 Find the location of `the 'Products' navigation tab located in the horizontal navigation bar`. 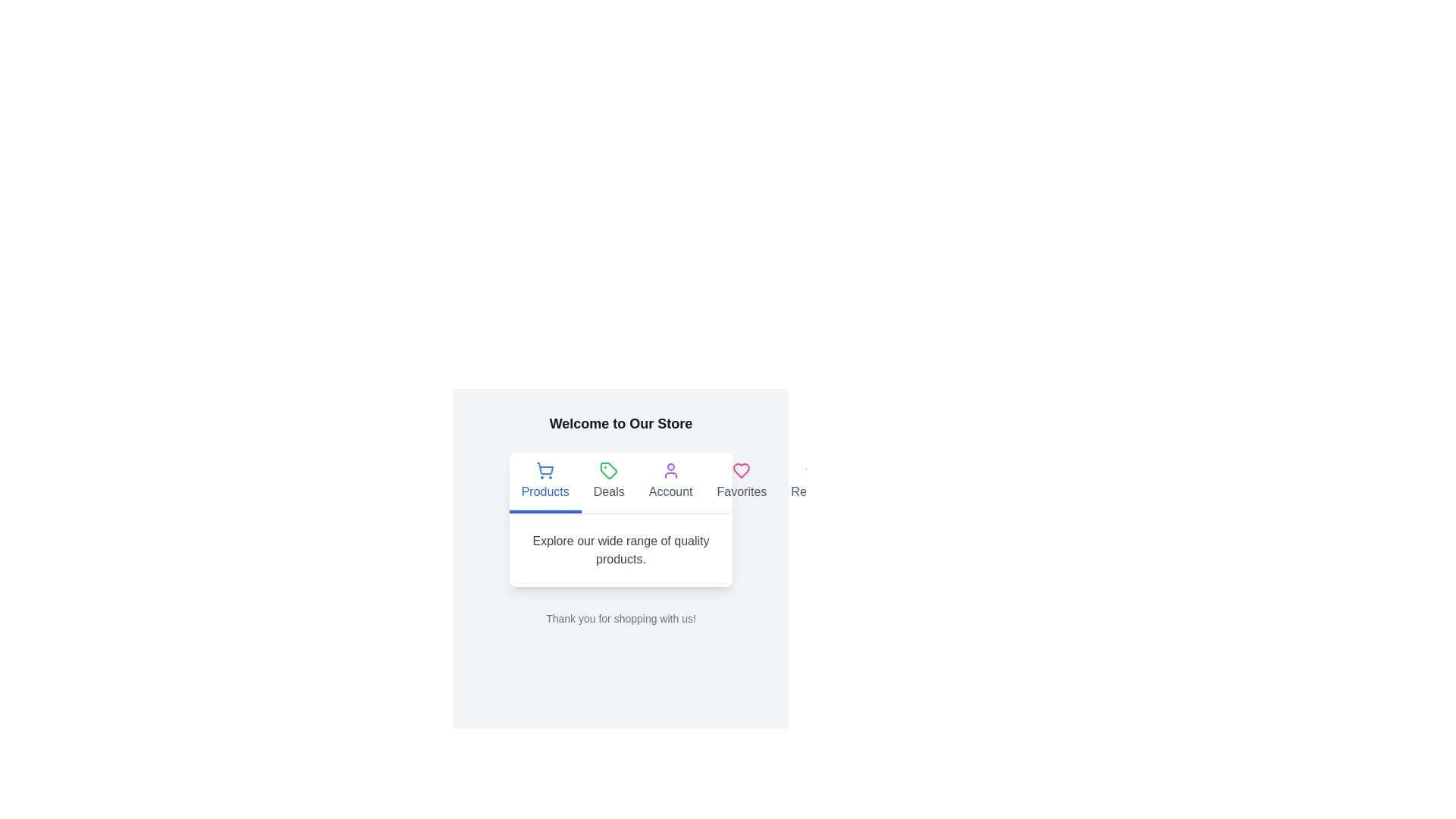

the 'Products' navigation tab located in the horizontal navigation bar is located at coordinates (545, 482).